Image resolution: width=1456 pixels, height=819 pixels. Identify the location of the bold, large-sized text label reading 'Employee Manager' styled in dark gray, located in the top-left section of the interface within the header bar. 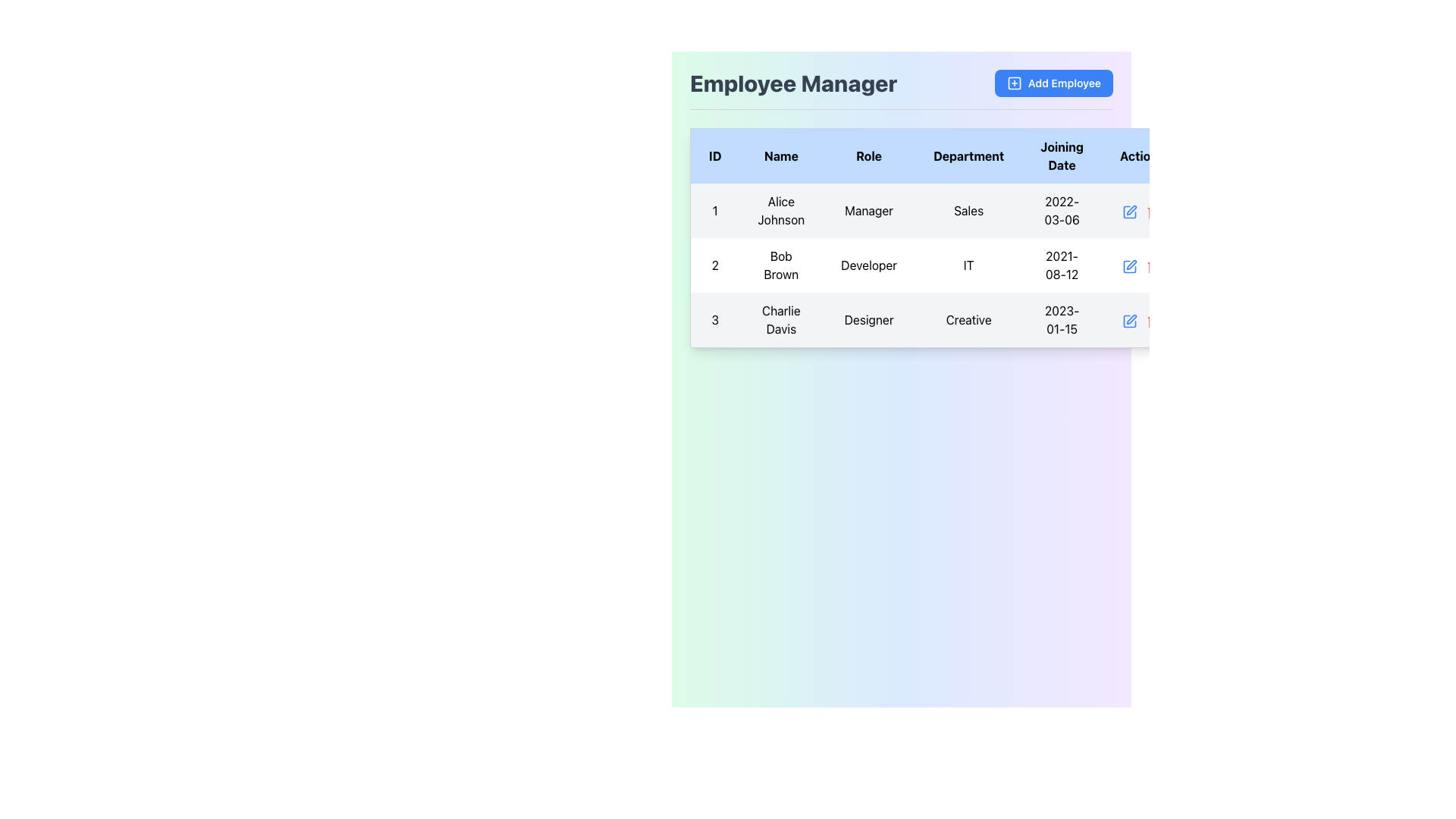
(792, 83).